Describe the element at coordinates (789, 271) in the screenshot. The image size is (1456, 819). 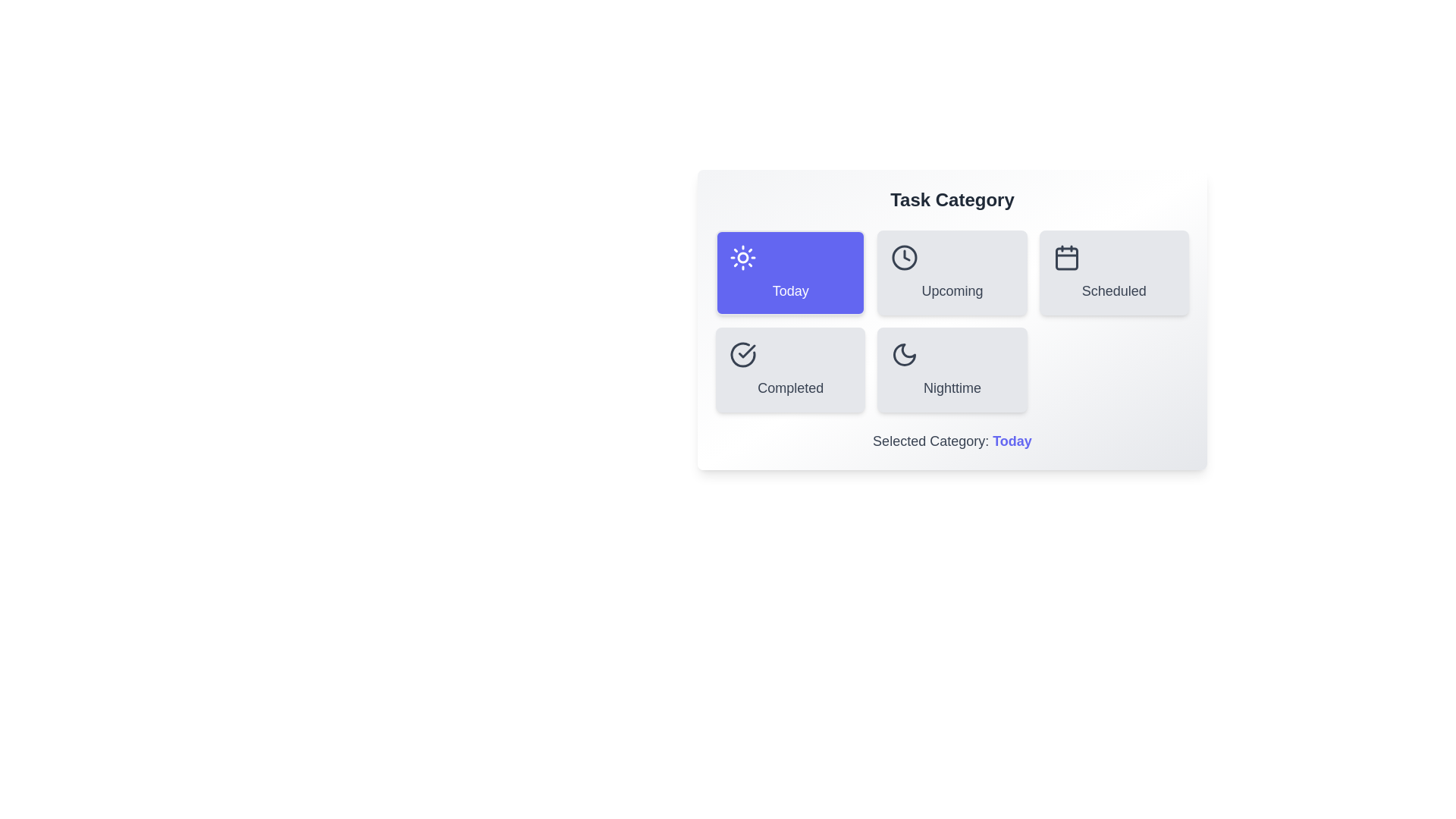
I see `the button corresponding to the category Today to select it` at that location.